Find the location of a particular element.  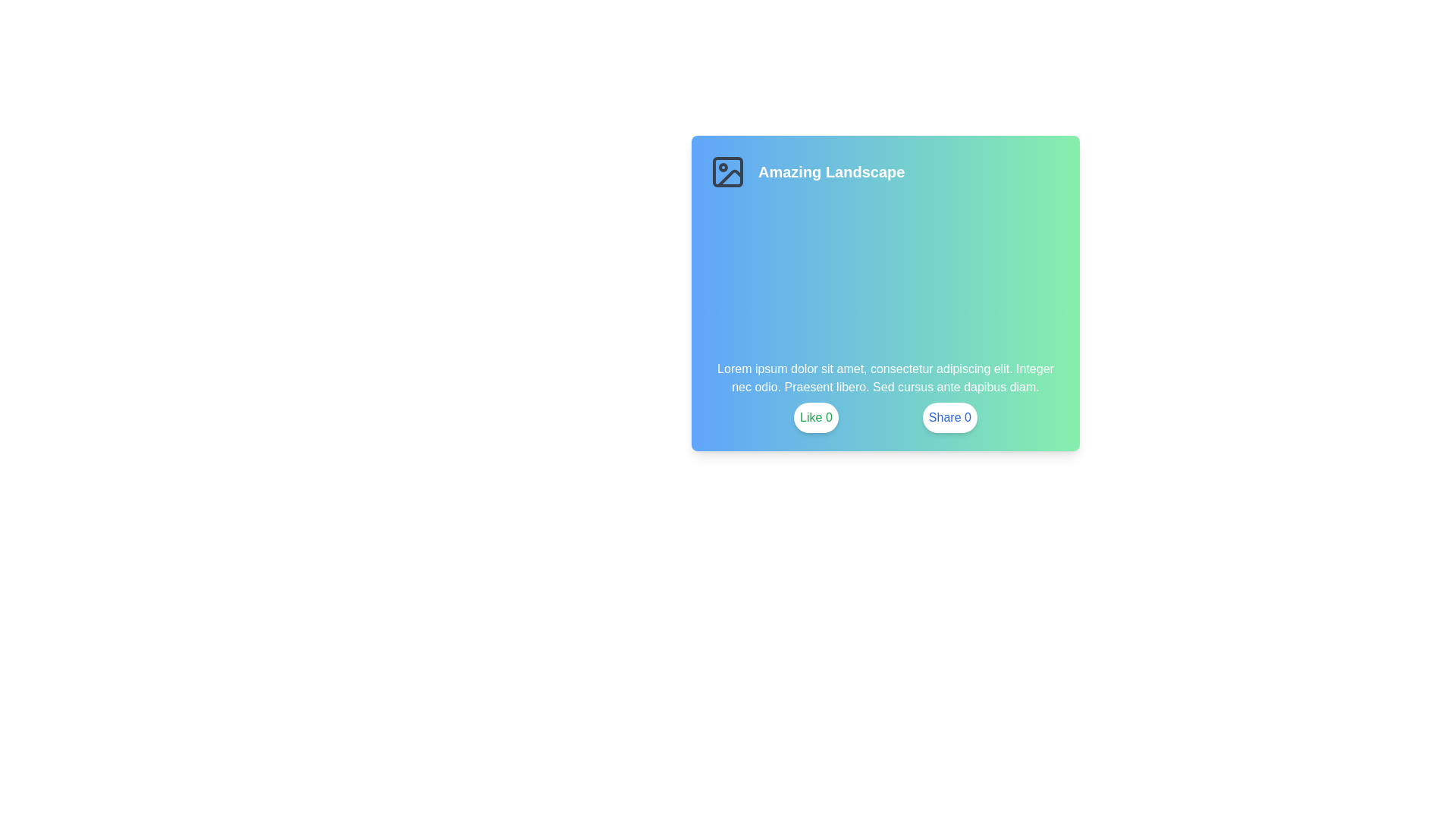

the Text Label that serves as the title or header for the card component, located in the central-right region of the interface is located at coordinates (830, 171).